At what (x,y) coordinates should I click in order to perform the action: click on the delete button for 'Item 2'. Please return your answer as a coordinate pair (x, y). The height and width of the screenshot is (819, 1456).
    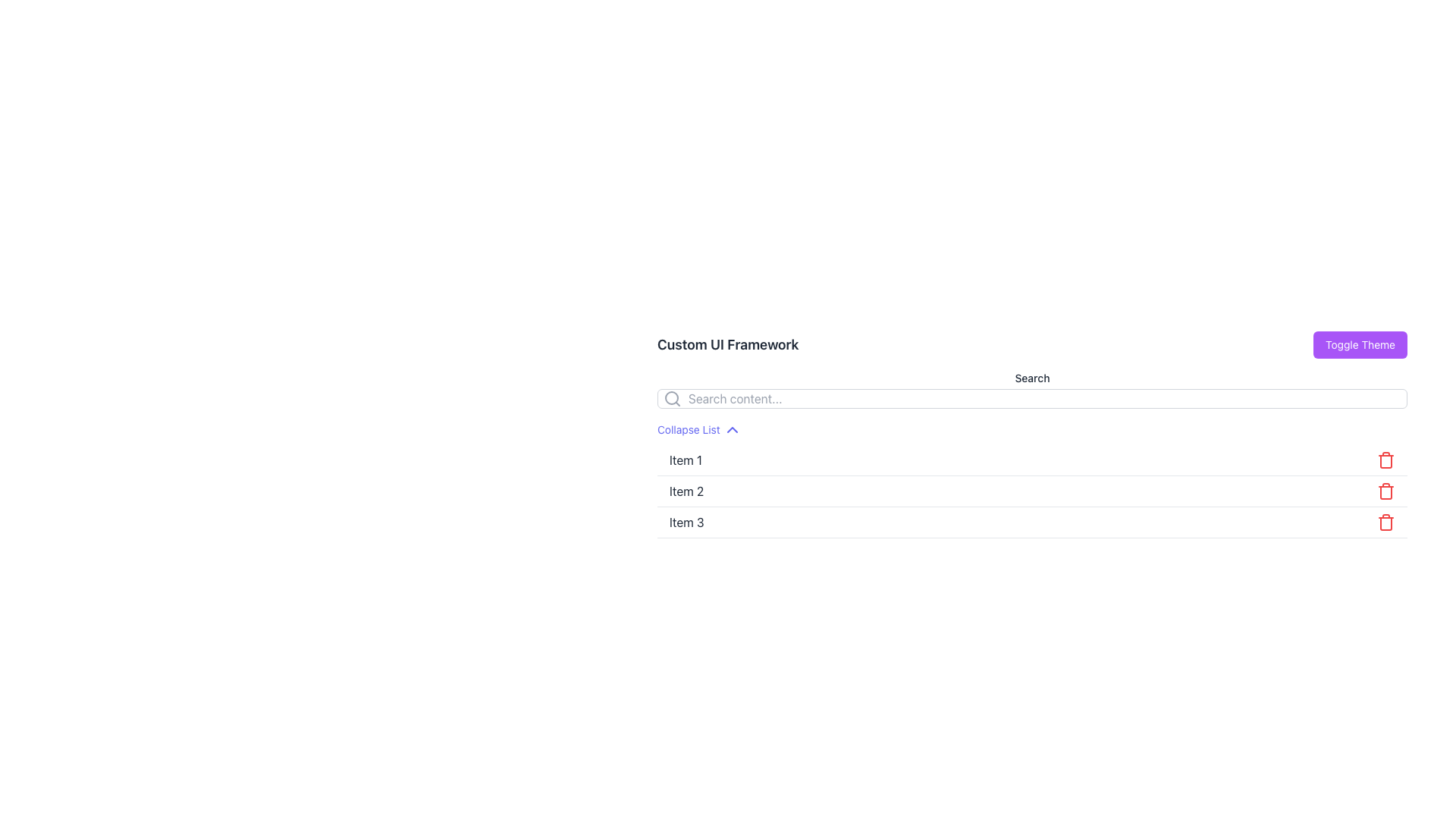
    Looking at the image, I should click on (1386, 491).